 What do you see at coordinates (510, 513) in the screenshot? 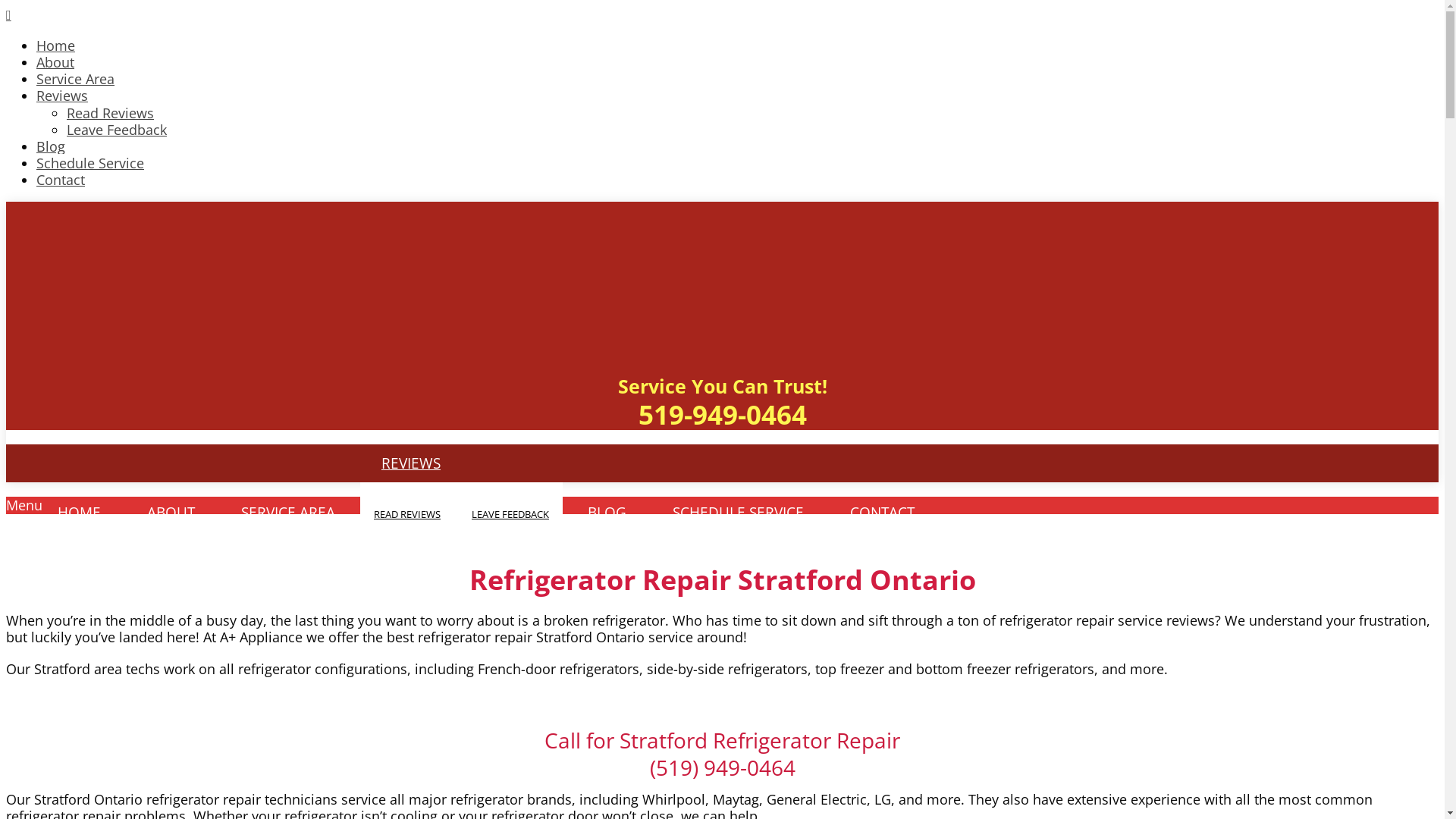
I see `'LEAVE FEEDBACK'` at bounding box center [510, 513].